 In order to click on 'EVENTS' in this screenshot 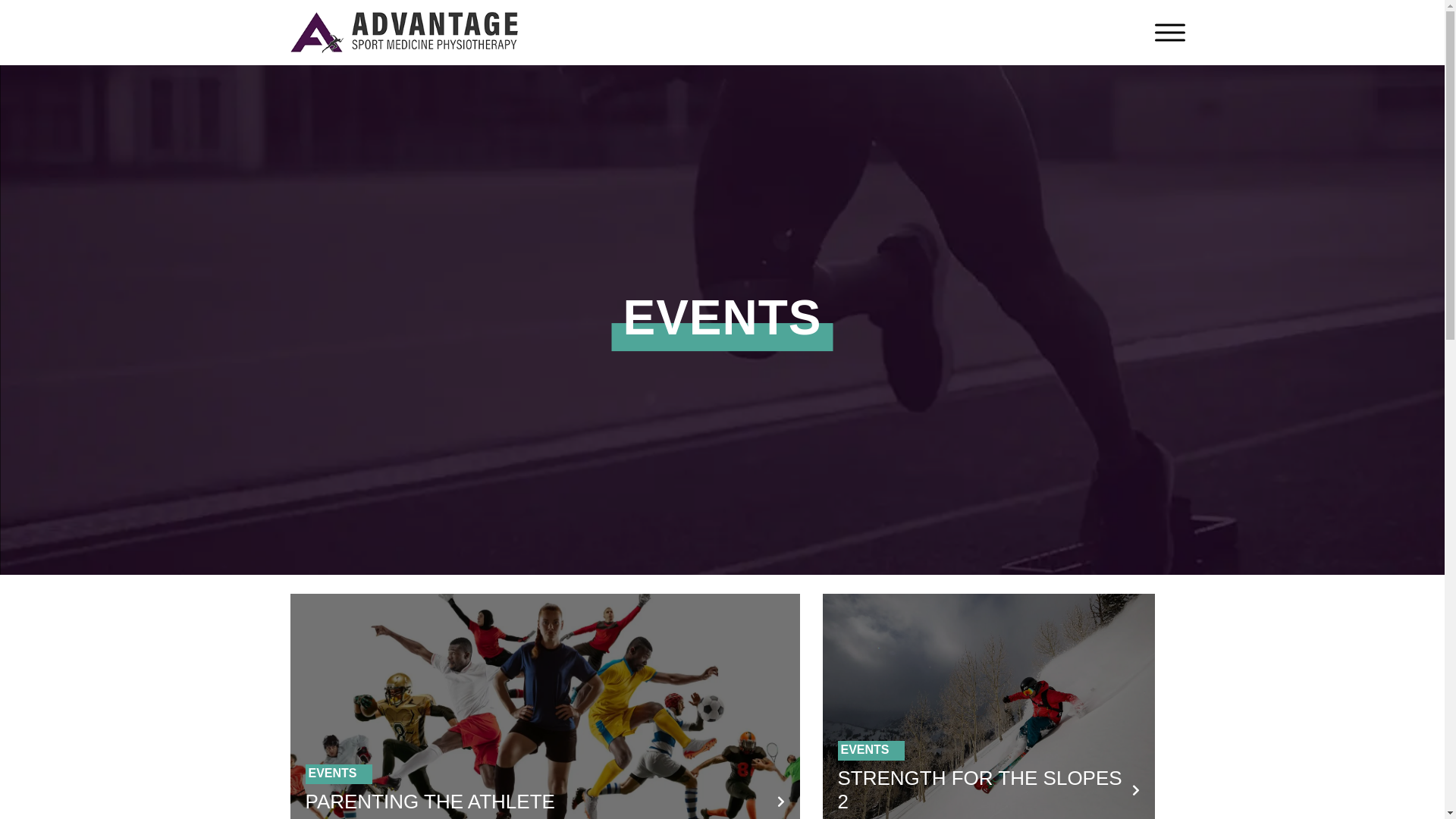, I will do `click(307, 773)`.